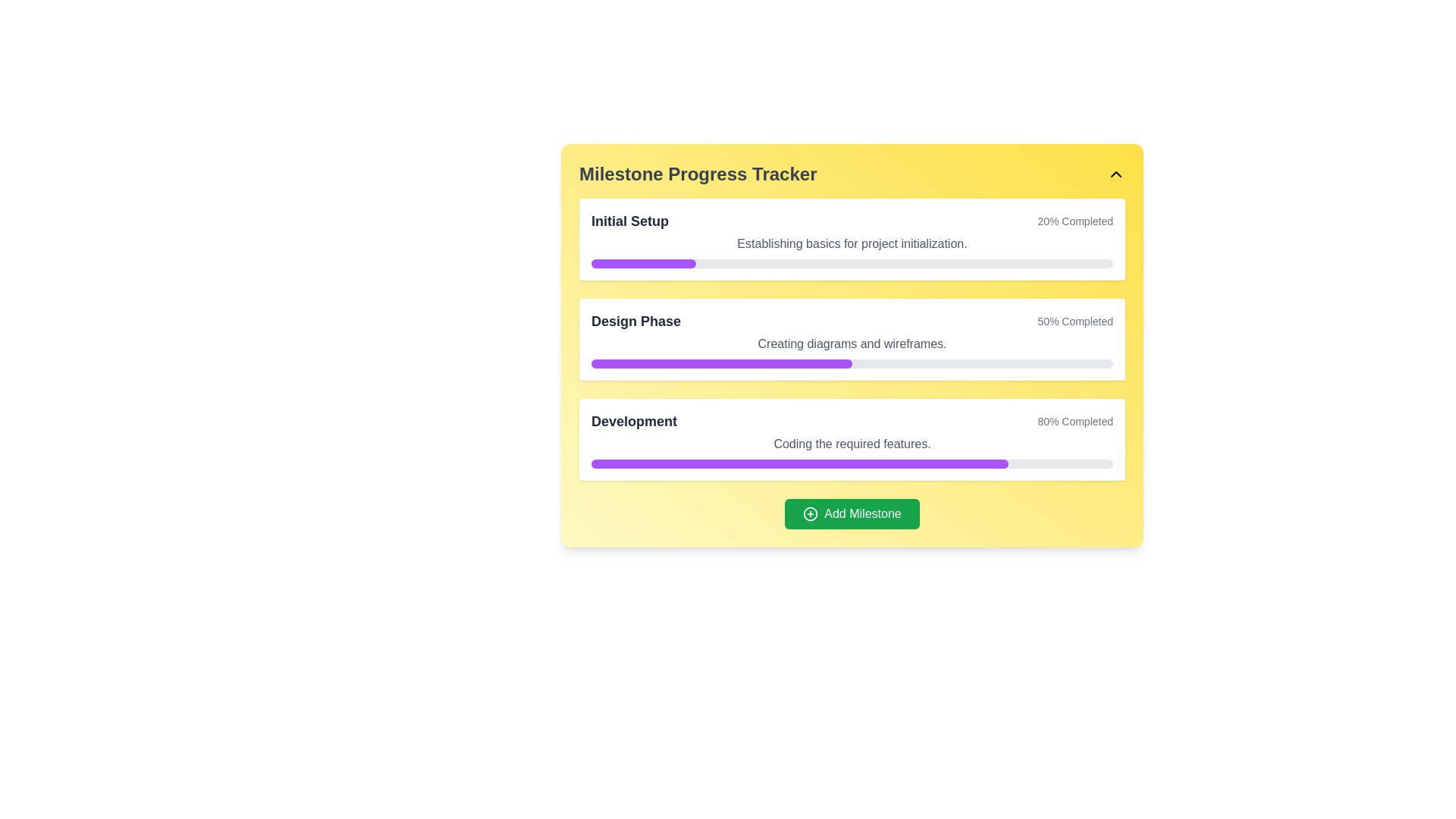  Describe the element at coordinates (852, 243) in the screenshot. I see `the text block that reads 'Establishing basics for project initialization.' located beneath the header 'Initial Setup' and above the progress bar` at that location.